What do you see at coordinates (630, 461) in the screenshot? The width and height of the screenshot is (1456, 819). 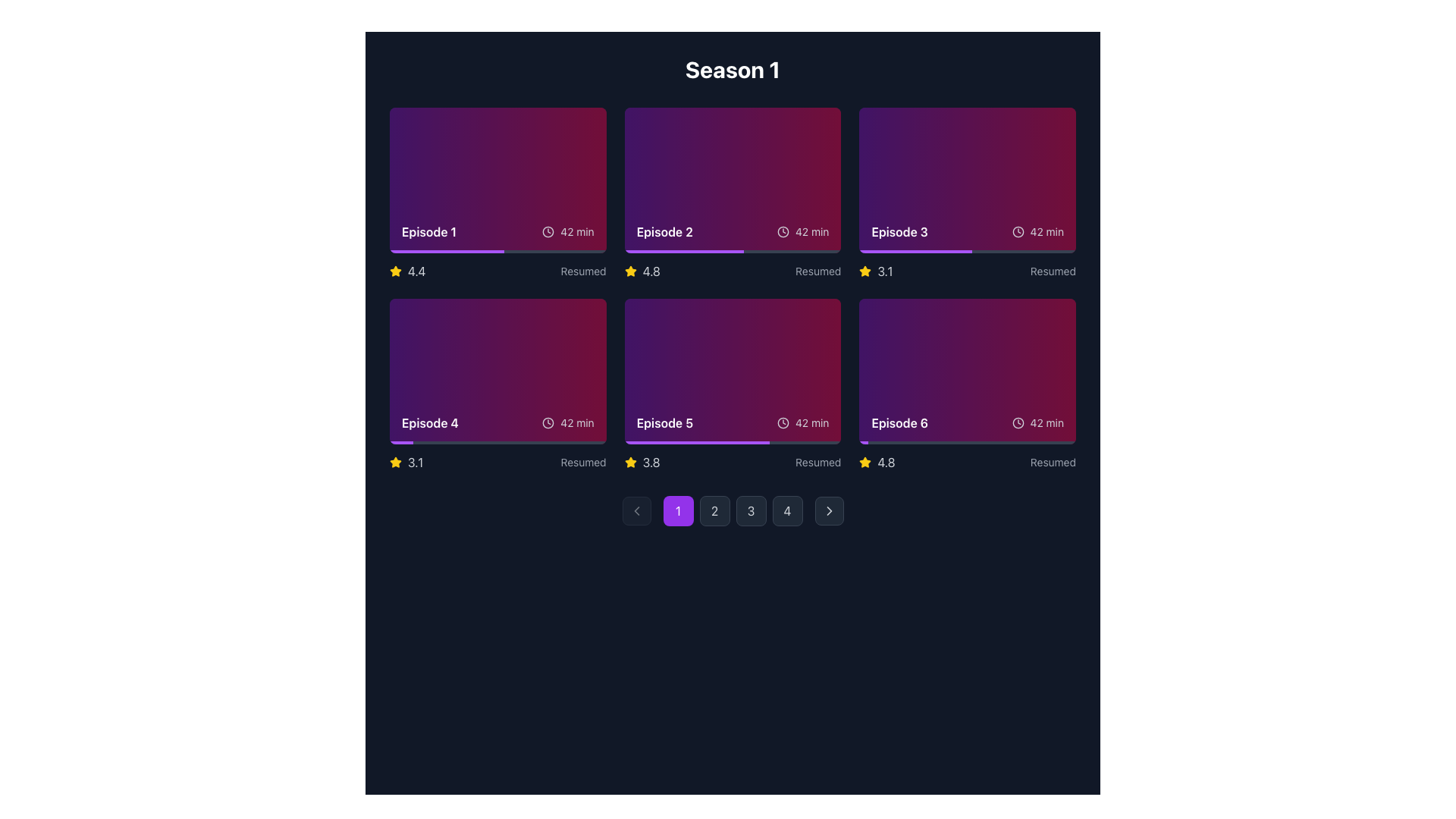 I see `the filled star icon that signifies a rating, which is positioned to the left of the text '3.8' for 'Episode 5'` at bounding box center [630, 461].